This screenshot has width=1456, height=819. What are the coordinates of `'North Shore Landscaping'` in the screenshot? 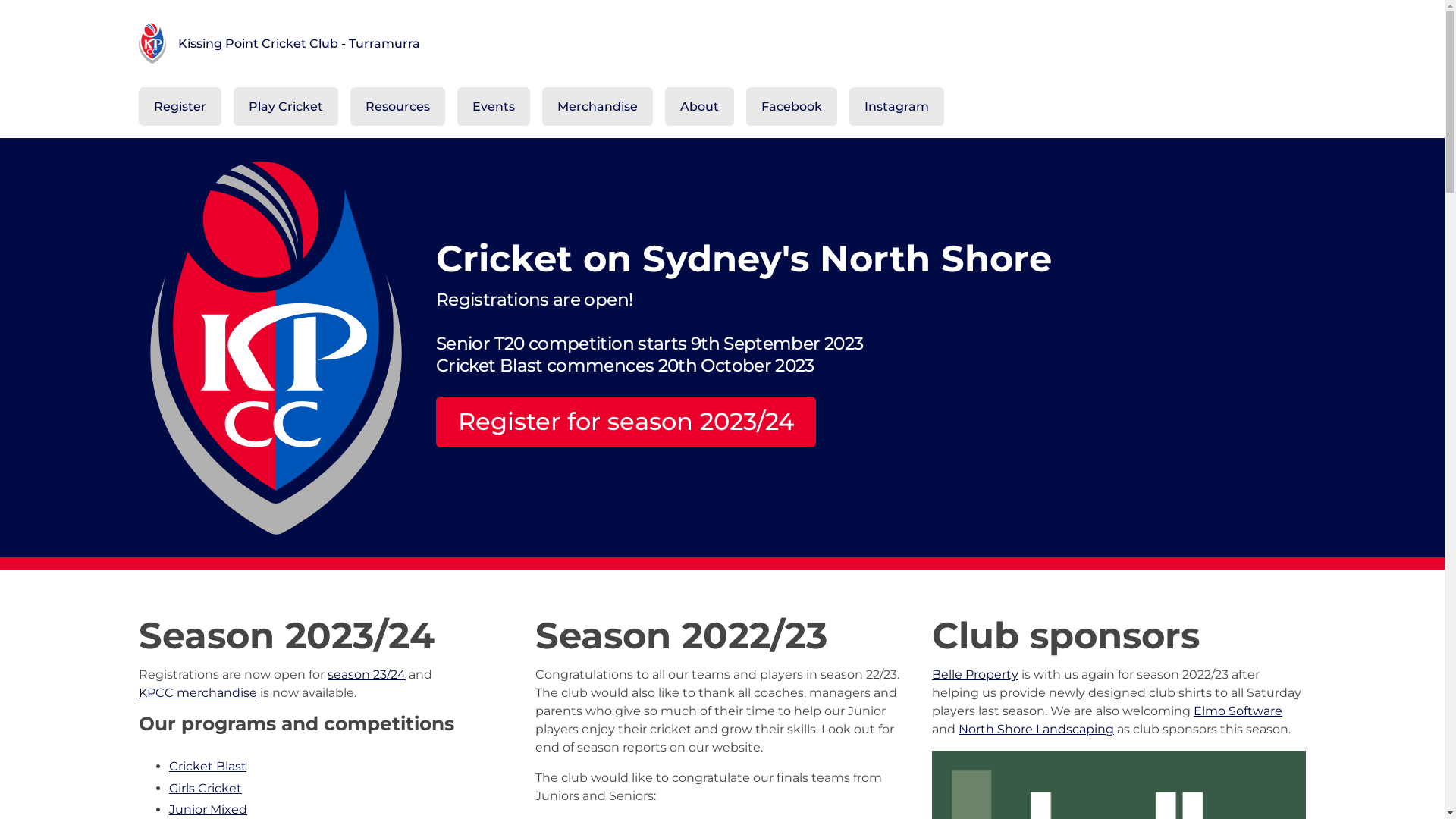 It's located at (1035, 728).